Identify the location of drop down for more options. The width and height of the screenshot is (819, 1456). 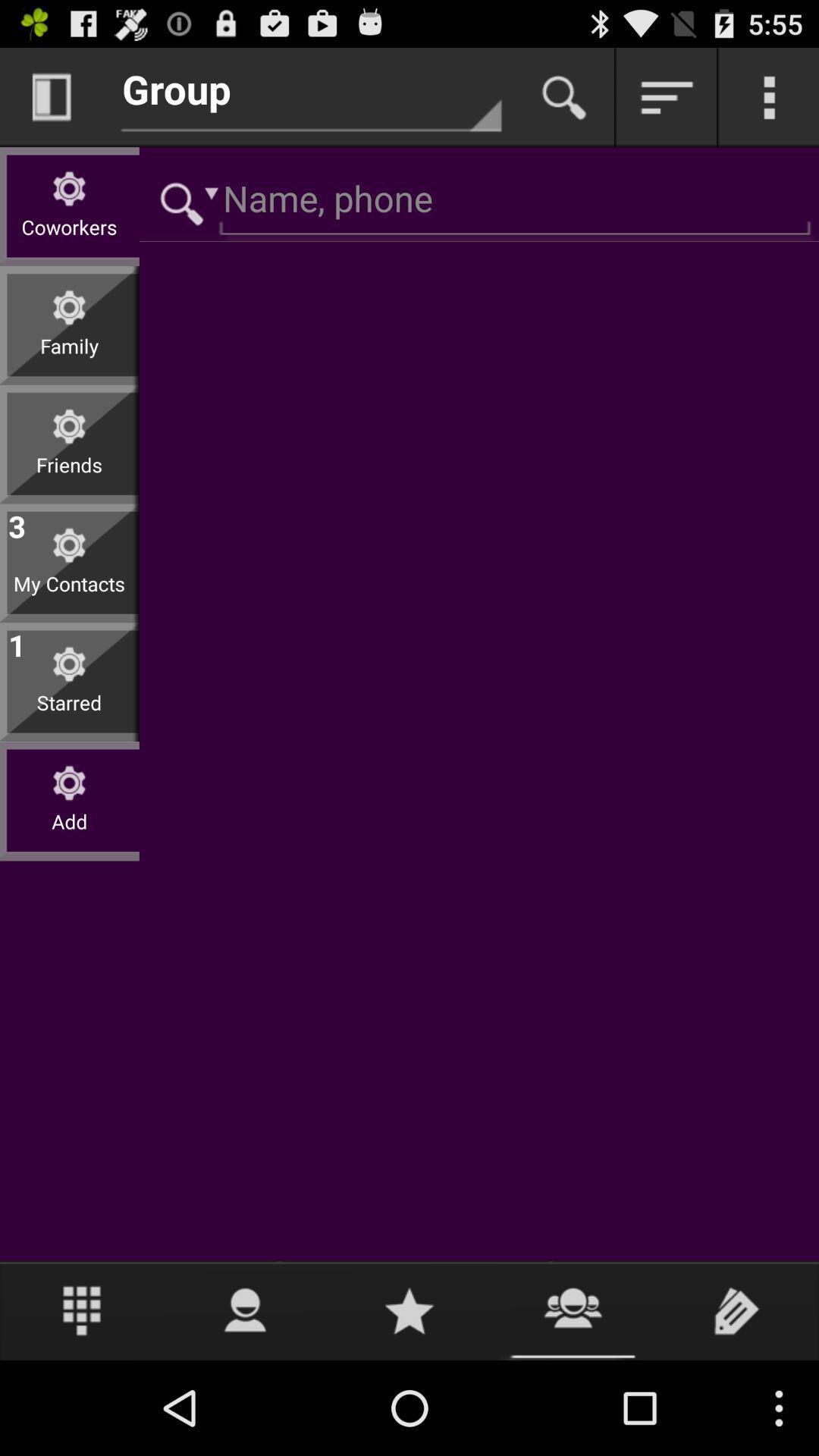
(666, 96).